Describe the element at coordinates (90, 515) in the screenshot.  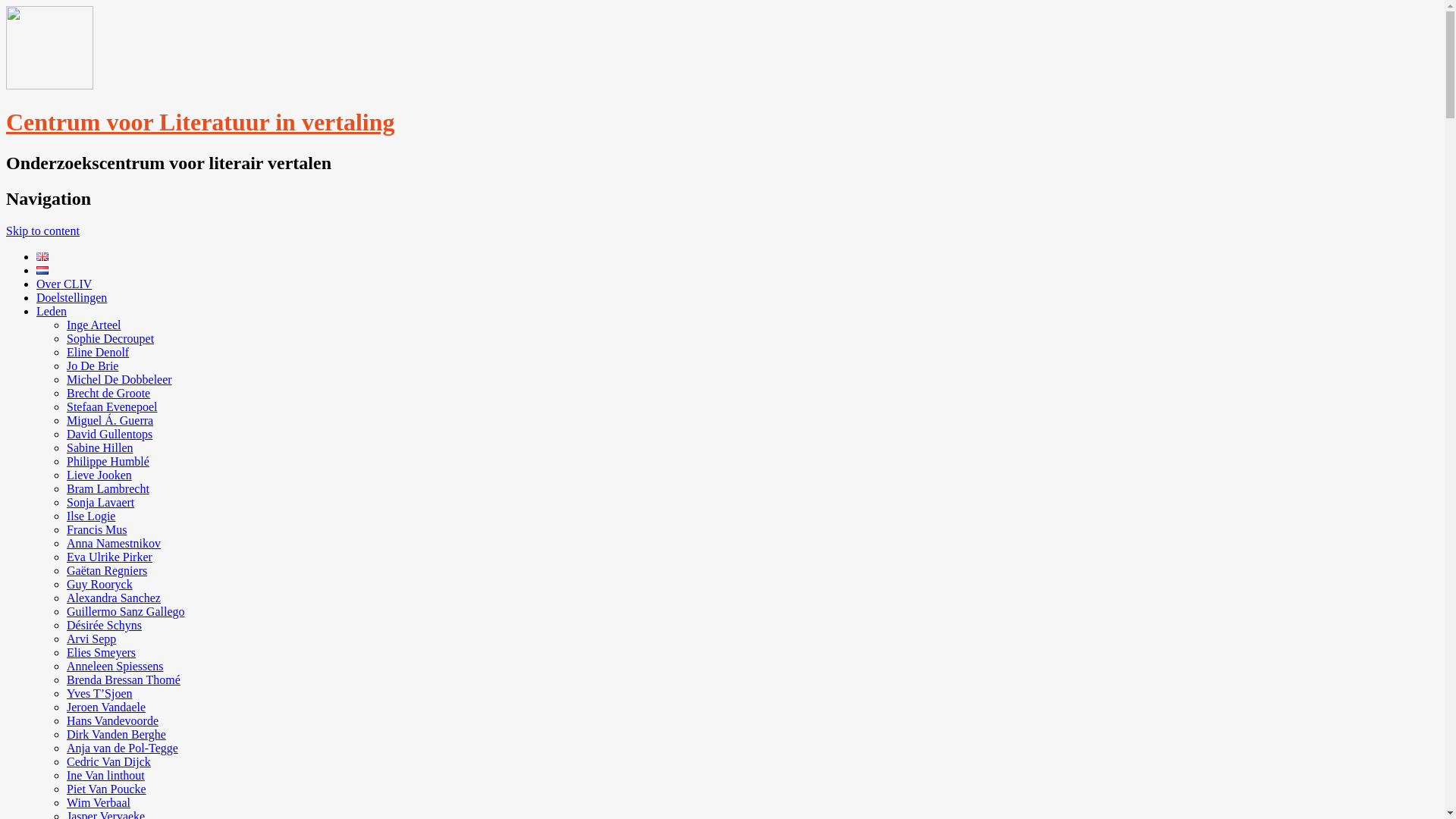
I see `'Ilse Logie'` at that location.